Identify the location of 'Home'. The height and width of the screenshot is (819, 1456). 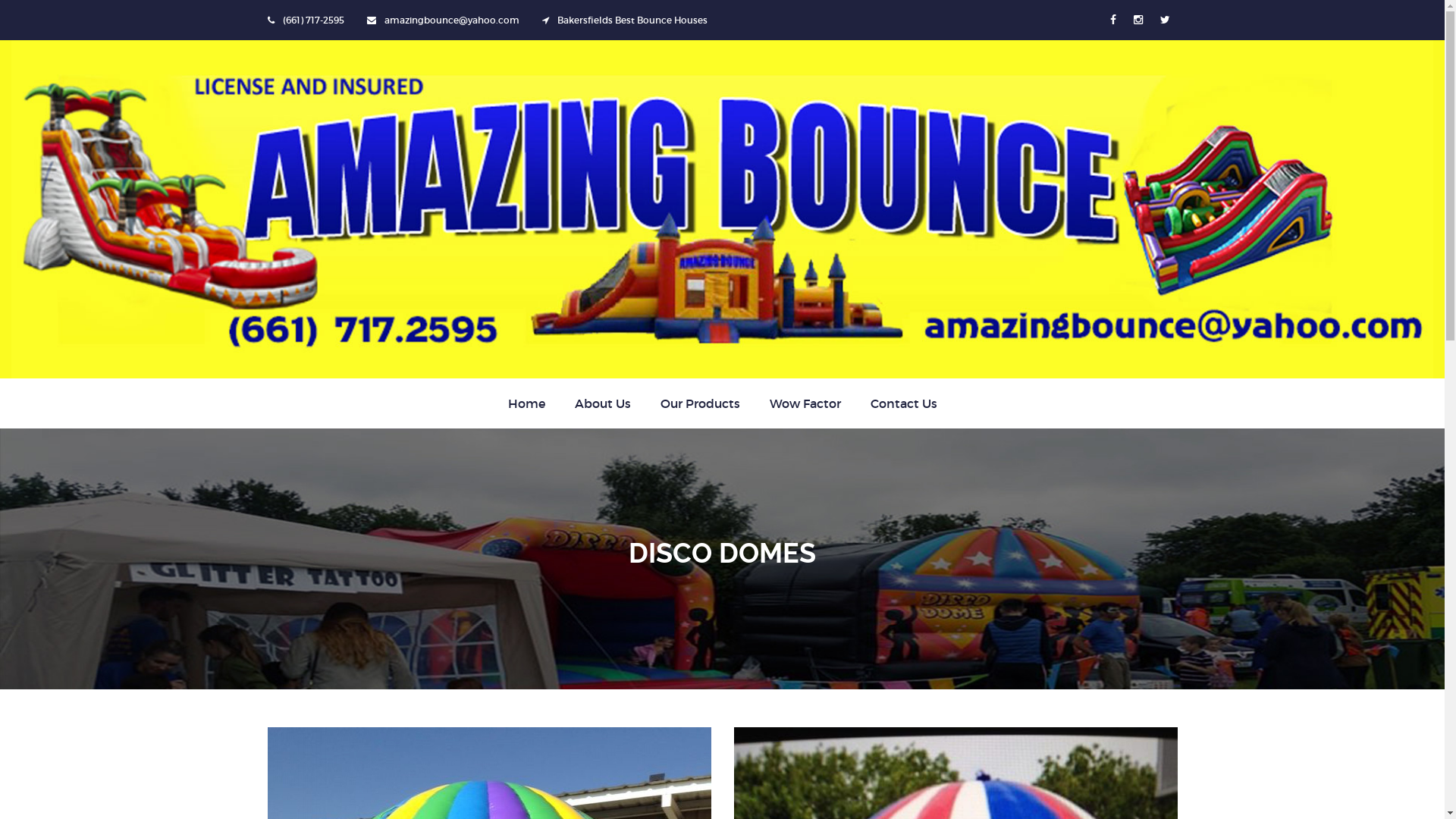
(526, 403).